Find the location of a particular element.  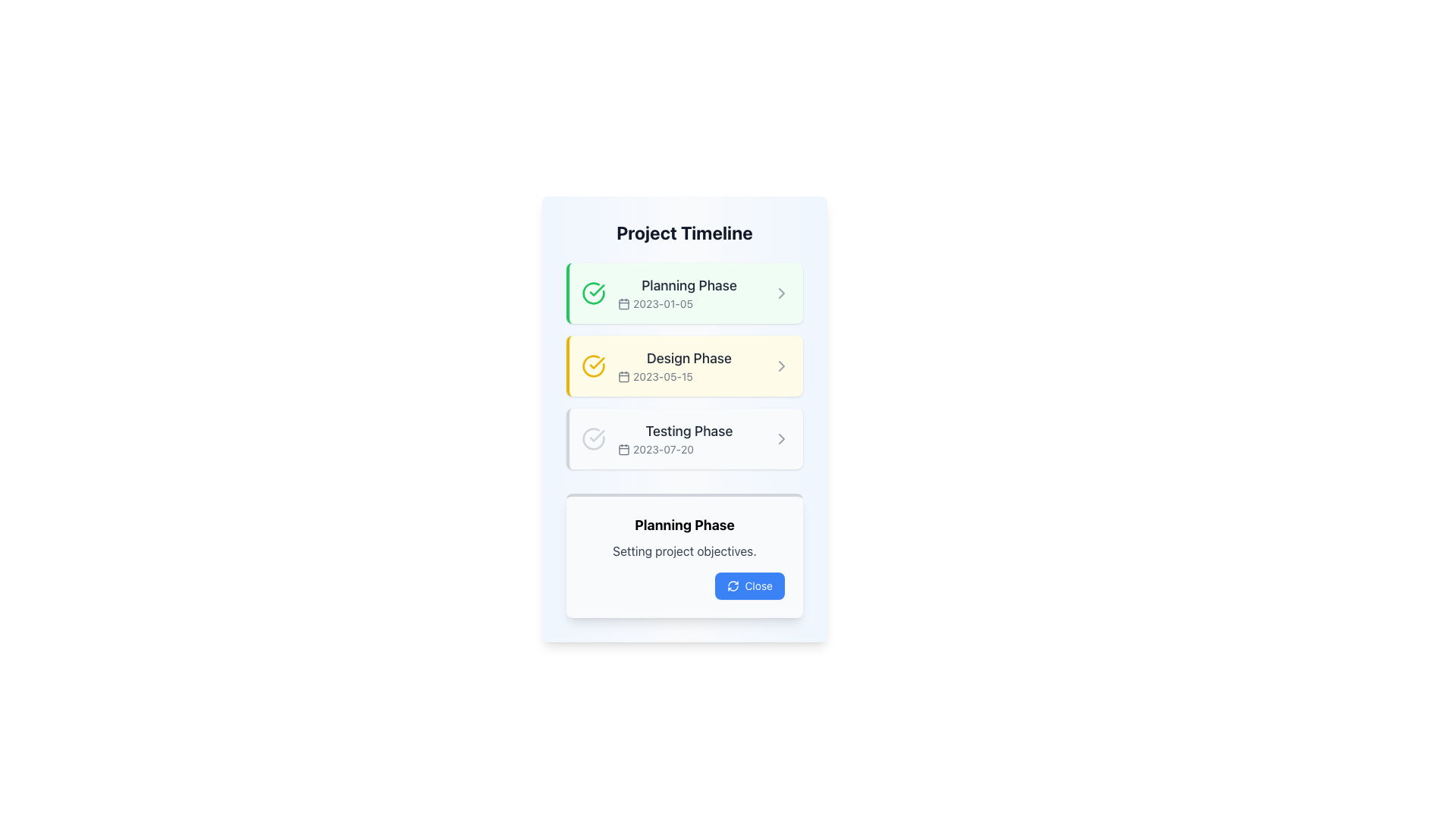

the SVG icon of a green check mark located in the 'Planning Phase' section of the project timeline is located at coordinates (596, 435).